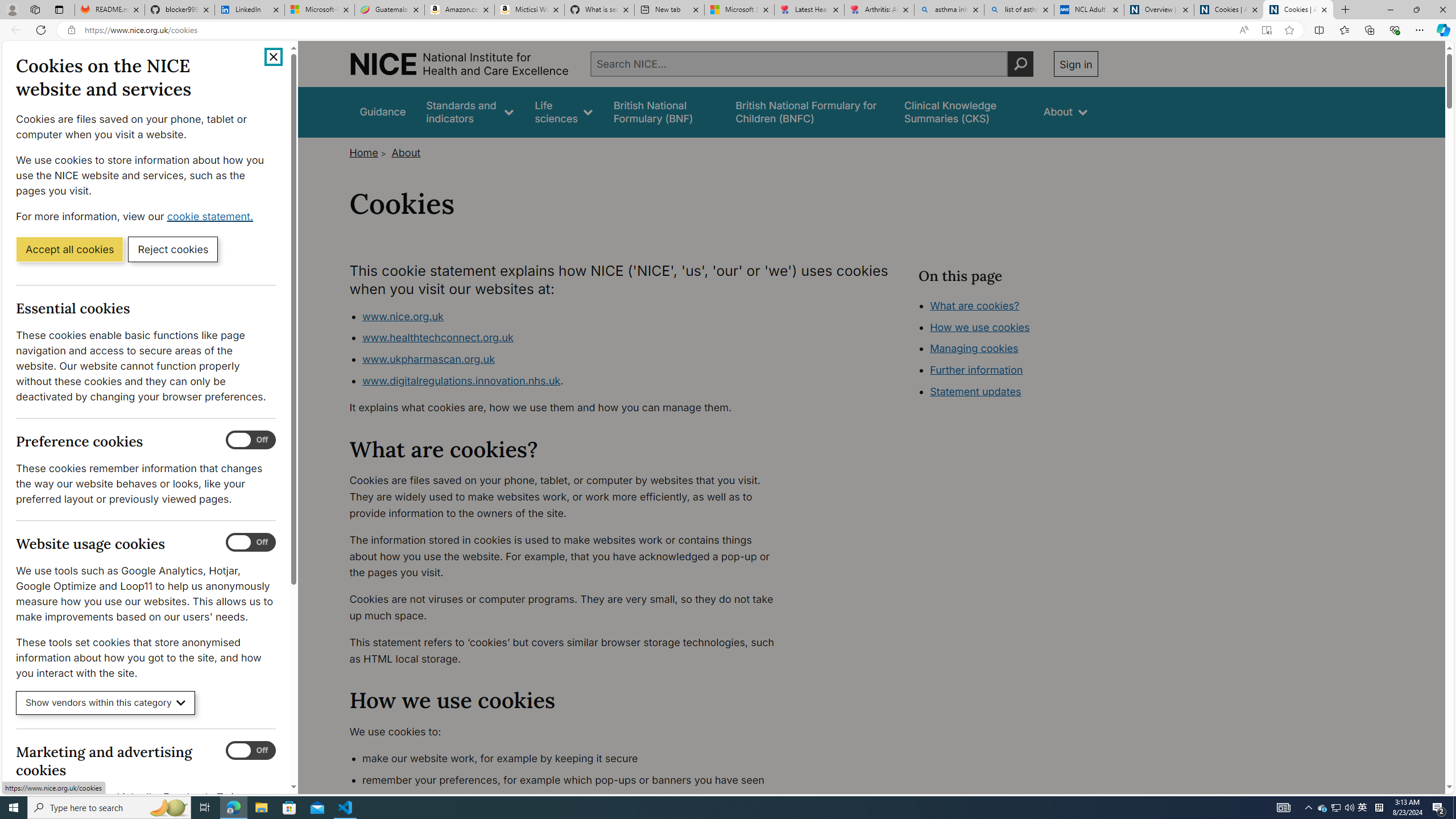 This screenshot has width=1456, height=819. I want to click on 'cookie statement. (Opens in a new window)', so click(211, 216).